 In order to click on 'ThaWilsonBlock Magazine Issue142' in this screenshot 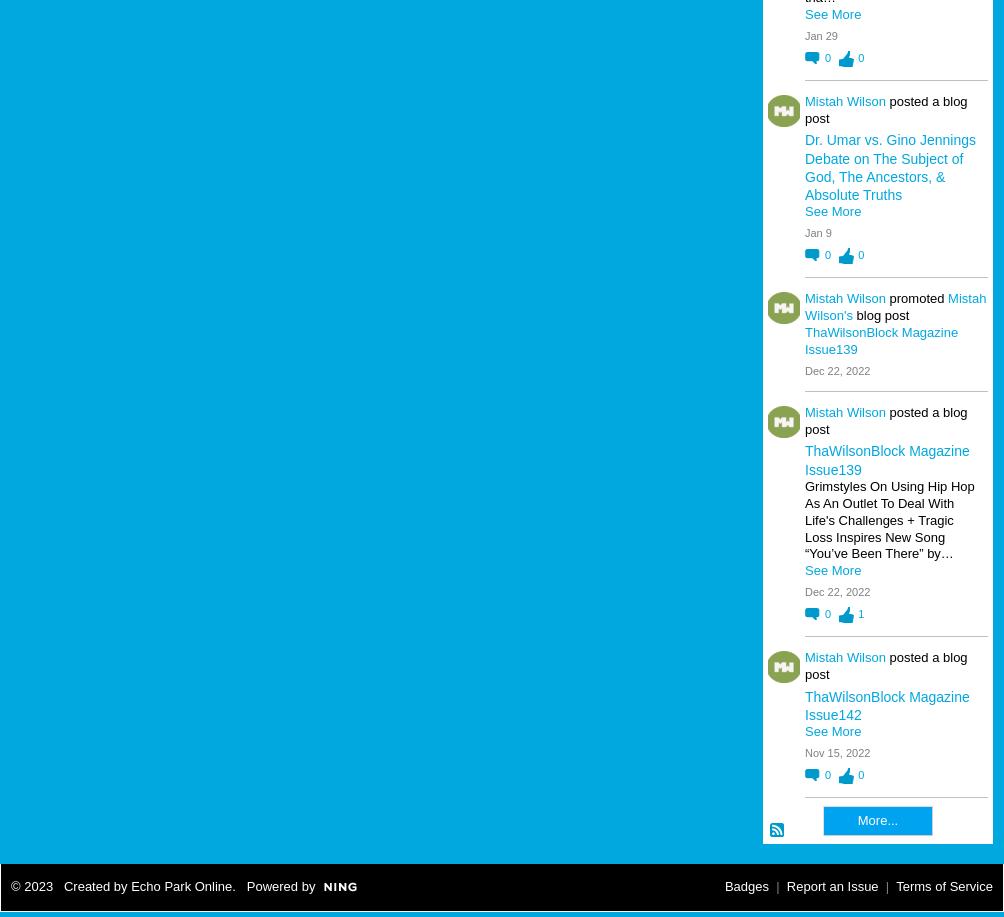, I will do `click(886, 704)`.